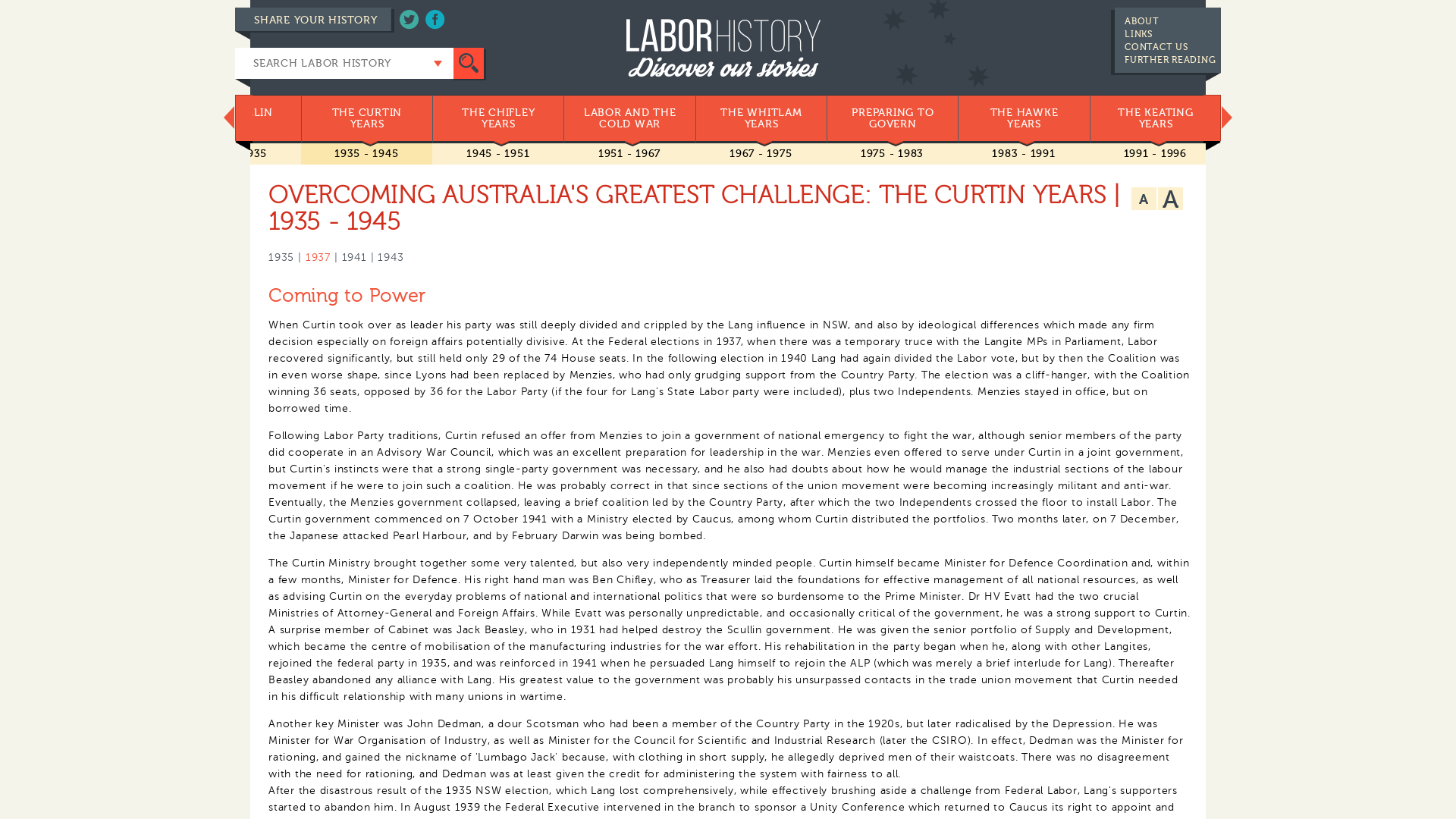 The width and height of the screenshot is (1456, 819). What do you see at coordinates (1023, 153) in the screenshot?
I see `'1983 - 1991'` at bounding box center [1023, 153].